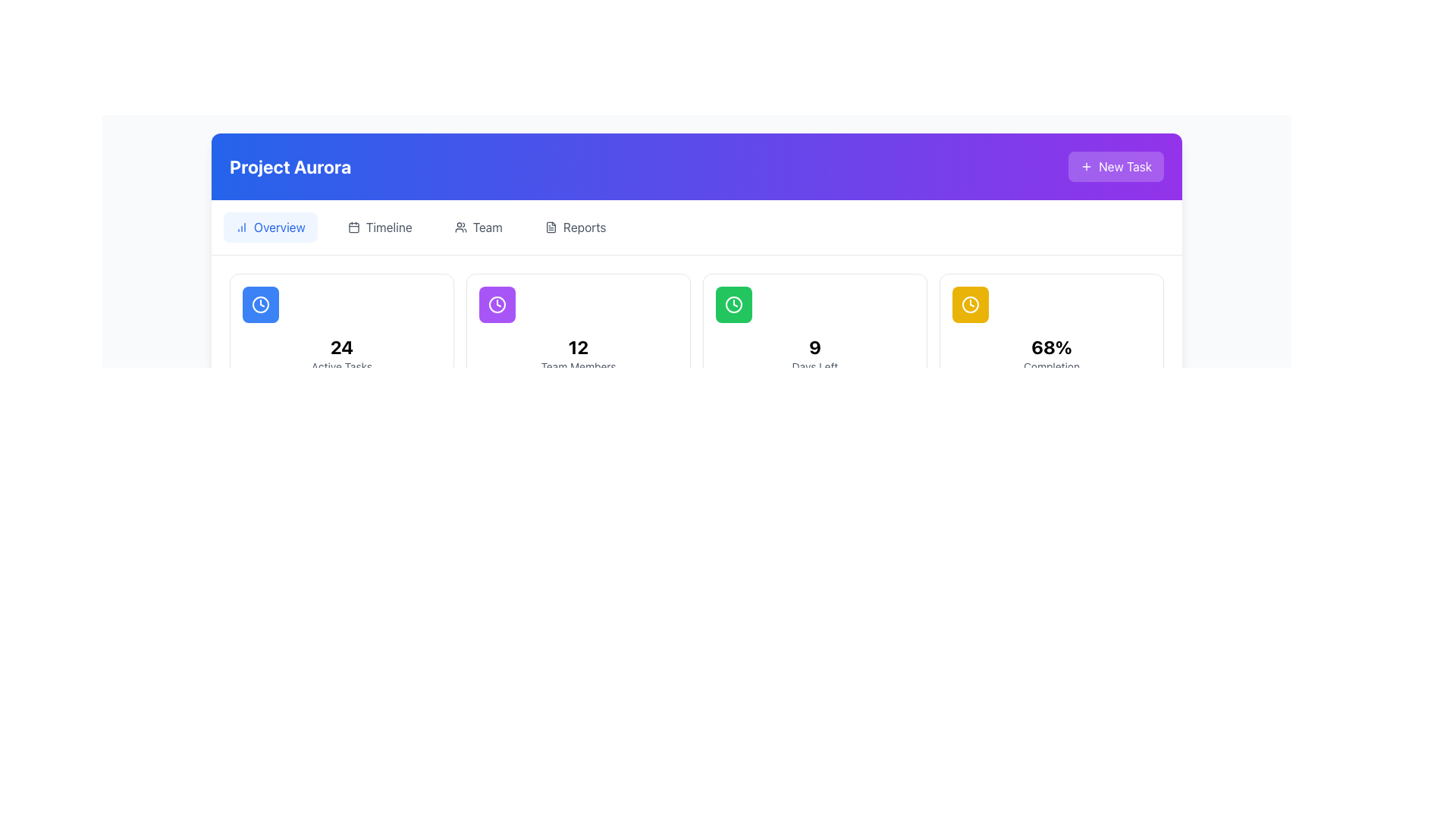 Image resolution: width=1456 pixels, height=819 pixels. Describe the element at coordinates (1116, 166) in the screenshot. I see `the 'New Task' button with a light purple background for accessibility navigation` at that location.